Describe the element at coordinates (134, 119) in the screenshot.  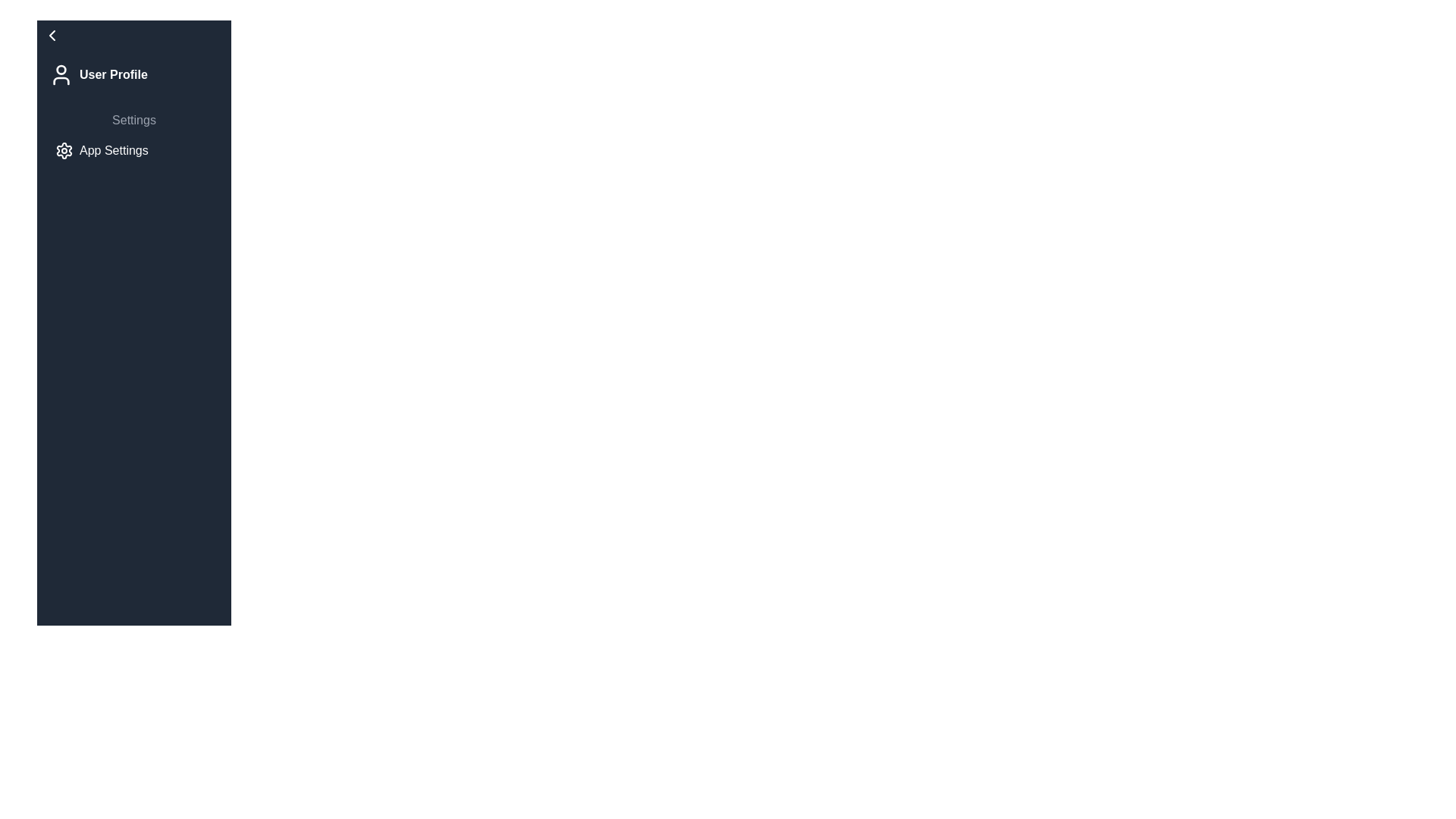
I see `the Text Label that signifies a section or category related to settings in the navigation menu, positioned below the 'User Profile' label` at that location.